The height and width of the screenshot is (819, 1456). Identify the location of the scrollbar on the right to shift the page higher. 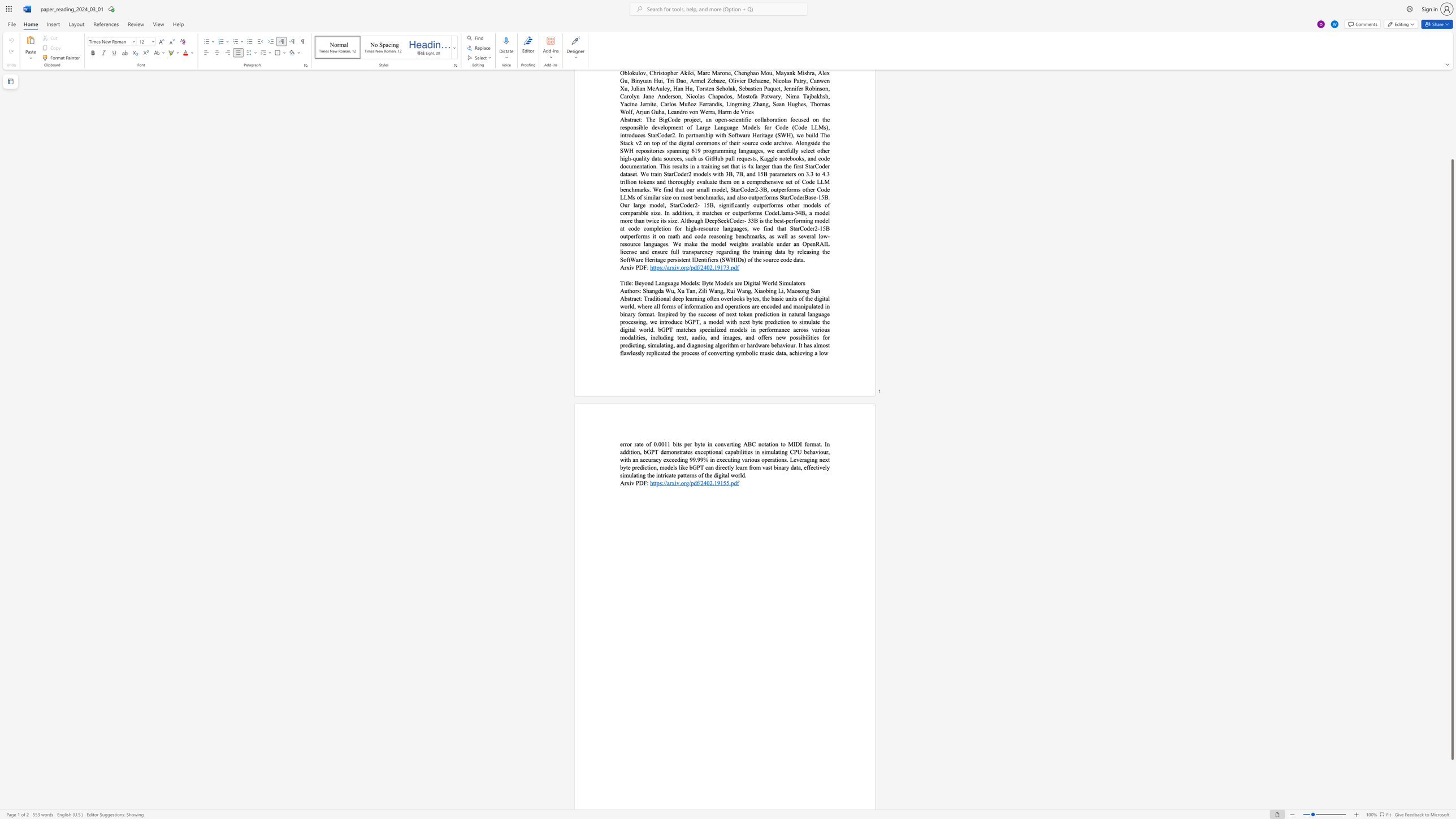
(1451, 132).